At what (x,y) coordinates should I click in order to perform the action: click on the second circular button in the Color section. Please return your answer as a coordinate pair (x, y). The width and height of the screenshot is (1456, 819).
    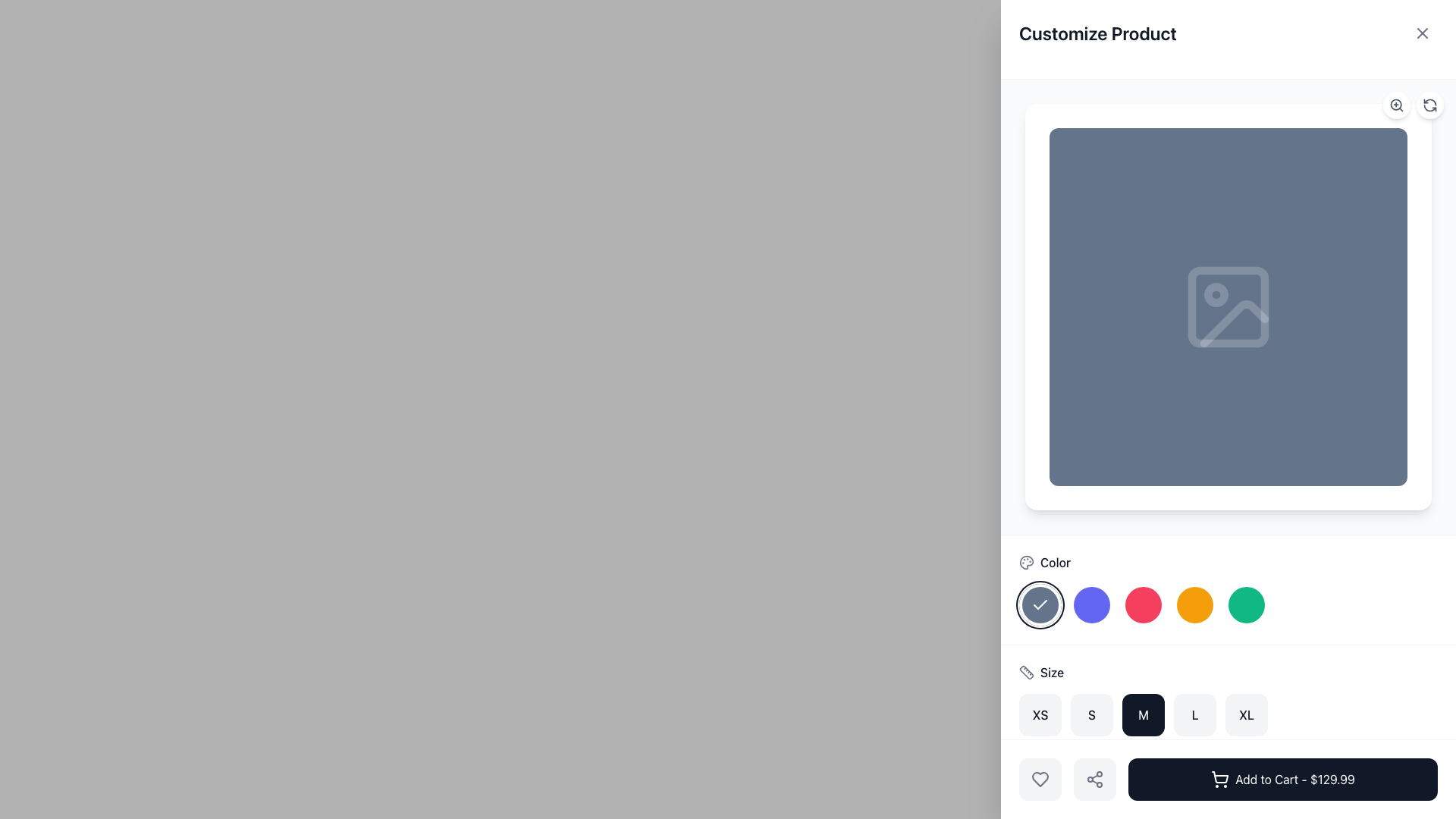
    Looking at the image, I should click on (1092, 604).